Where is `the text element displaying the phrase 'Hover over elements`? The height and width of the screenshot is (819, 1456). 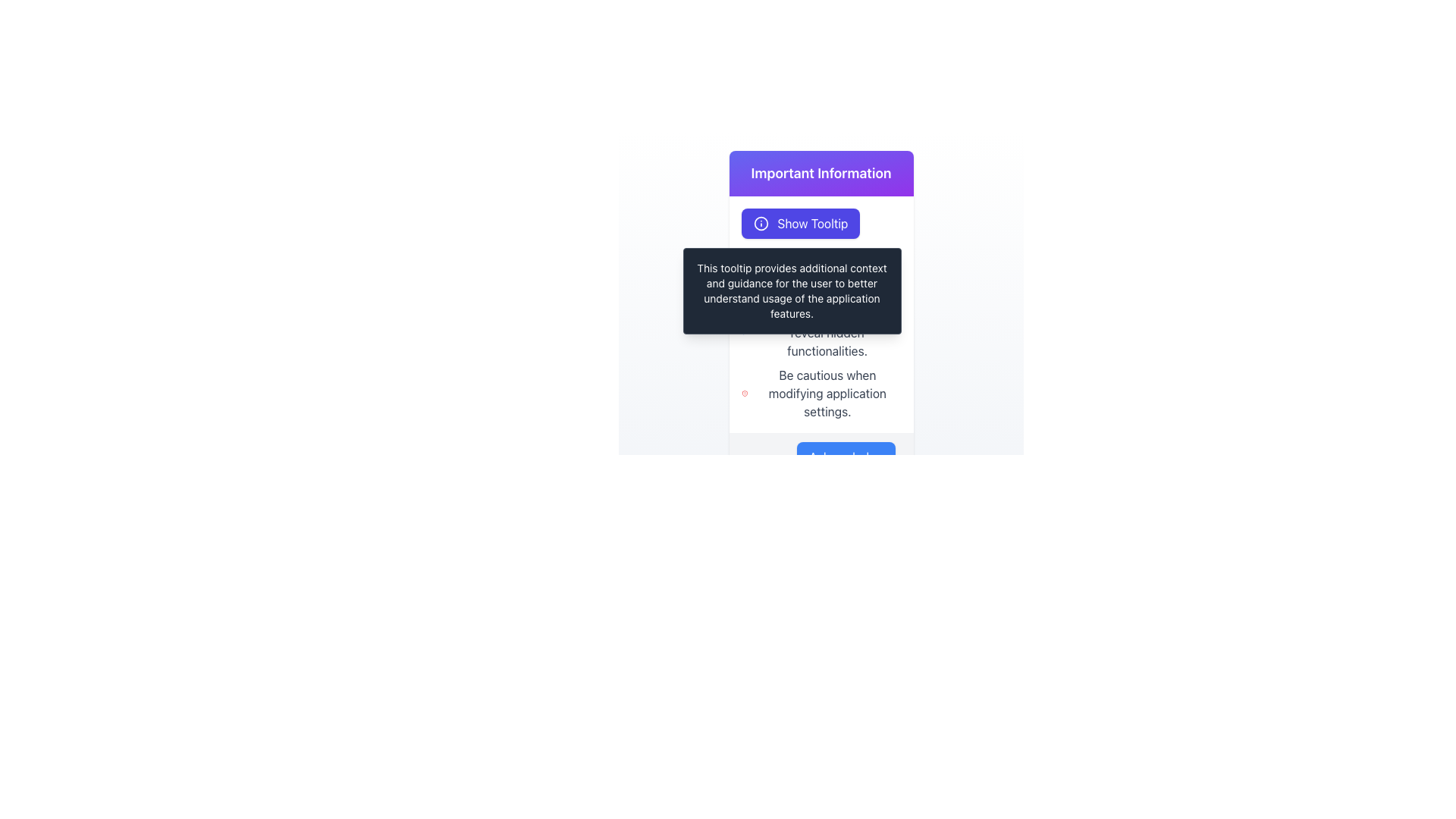
the text element displaying the phrase 'Hover over elements is located at coordinates (821, 332).